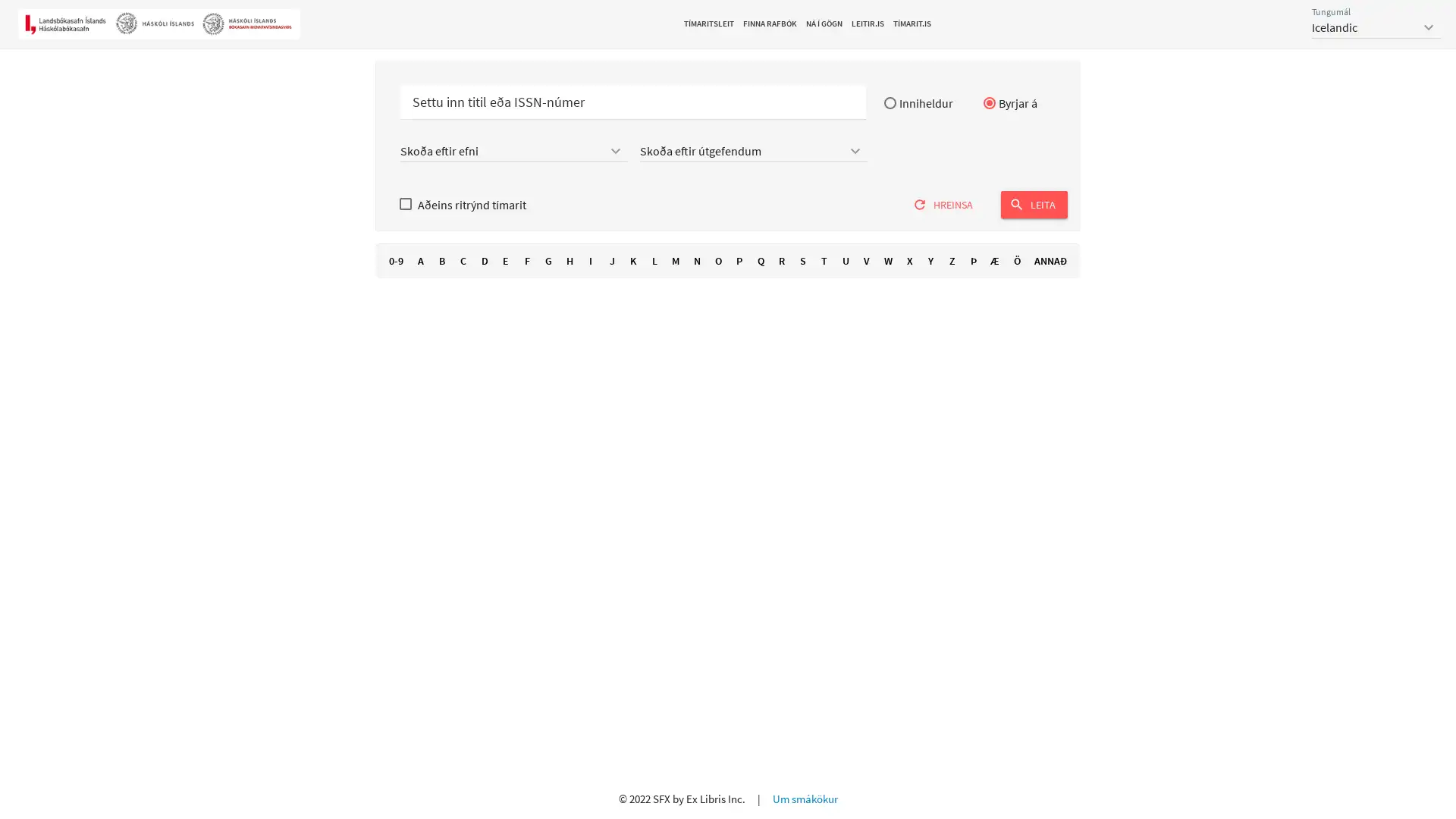 Image resolution: width=1456 pixels, height=819 pixels. Describe the element at coordinates (888, 259) in the screenshot. I see `W` at that location.